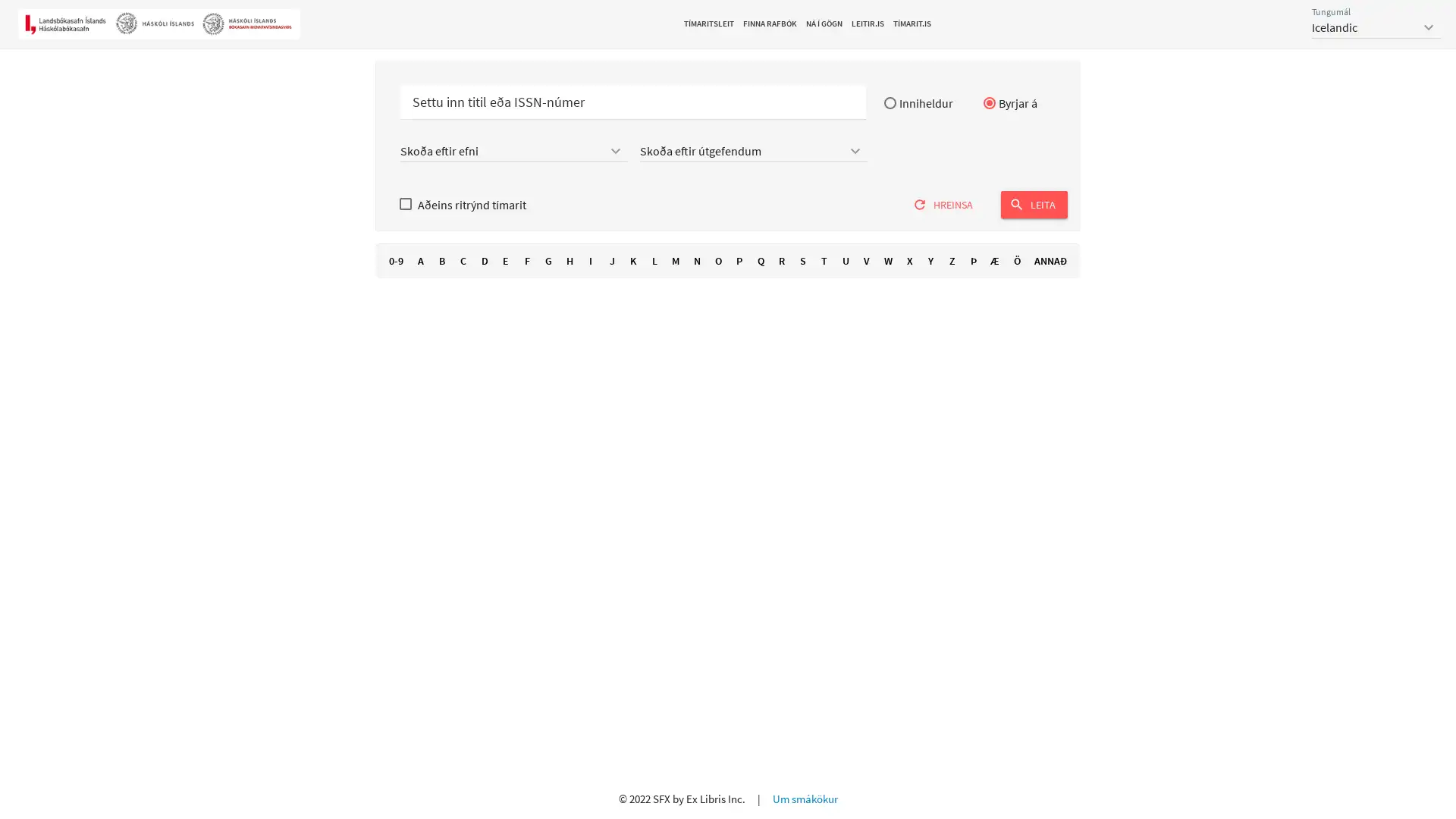 Image resolution: width=1456 pixels, height=819 pixels. Describe the element at coordinates (888, 259) in the screenshot. I see `W` at that location.